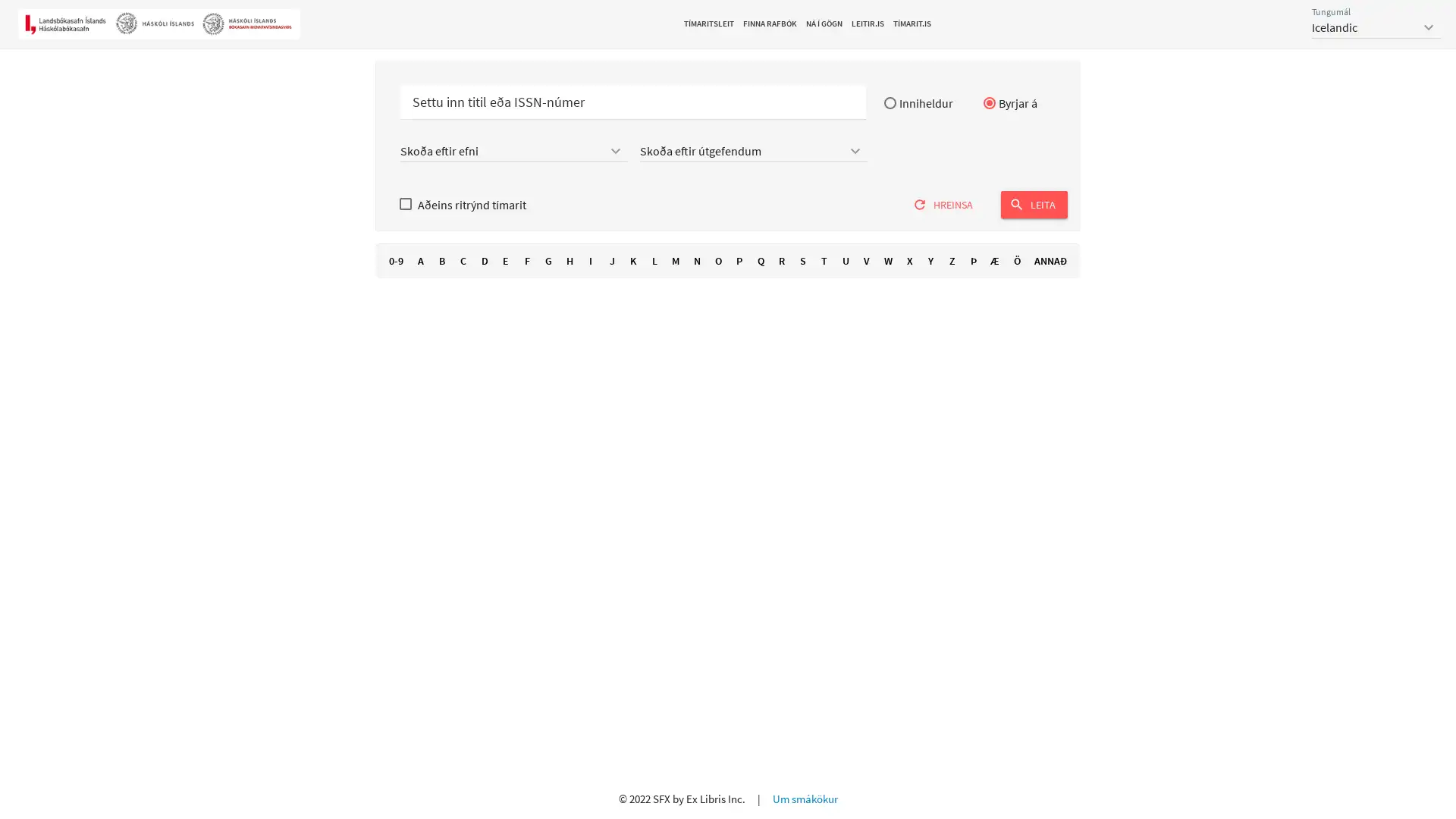 Image resolution: width=1456 pixels, height=819 pixels. Describe the element at coordinates (888, 259) in the screenshot. I see `W` at that location.